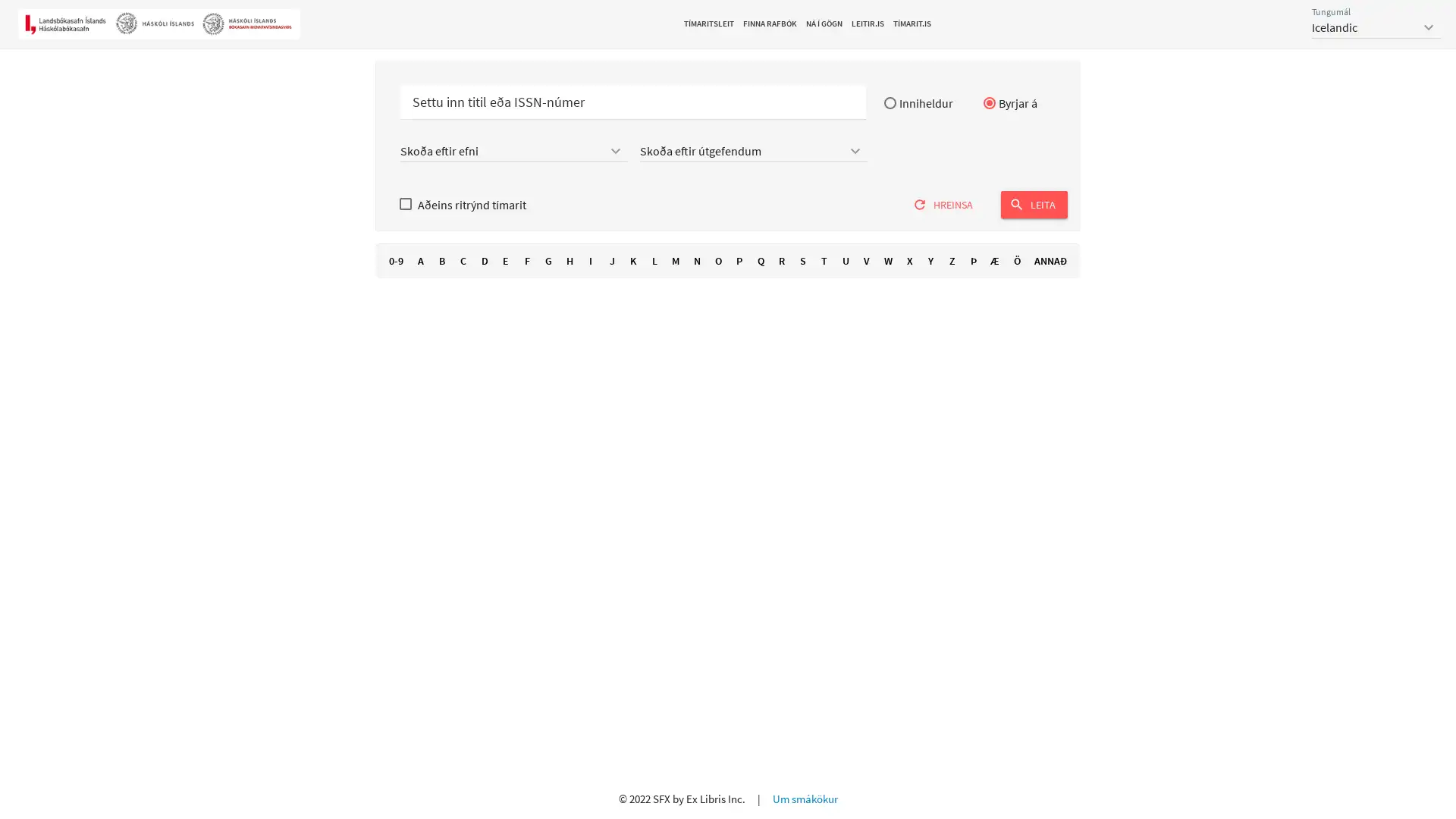 Image resolution: width=1456 pixels, height=819 pixels. Describe the element at coordinates (888, 259) in the screenshot. I see `W` at that location.